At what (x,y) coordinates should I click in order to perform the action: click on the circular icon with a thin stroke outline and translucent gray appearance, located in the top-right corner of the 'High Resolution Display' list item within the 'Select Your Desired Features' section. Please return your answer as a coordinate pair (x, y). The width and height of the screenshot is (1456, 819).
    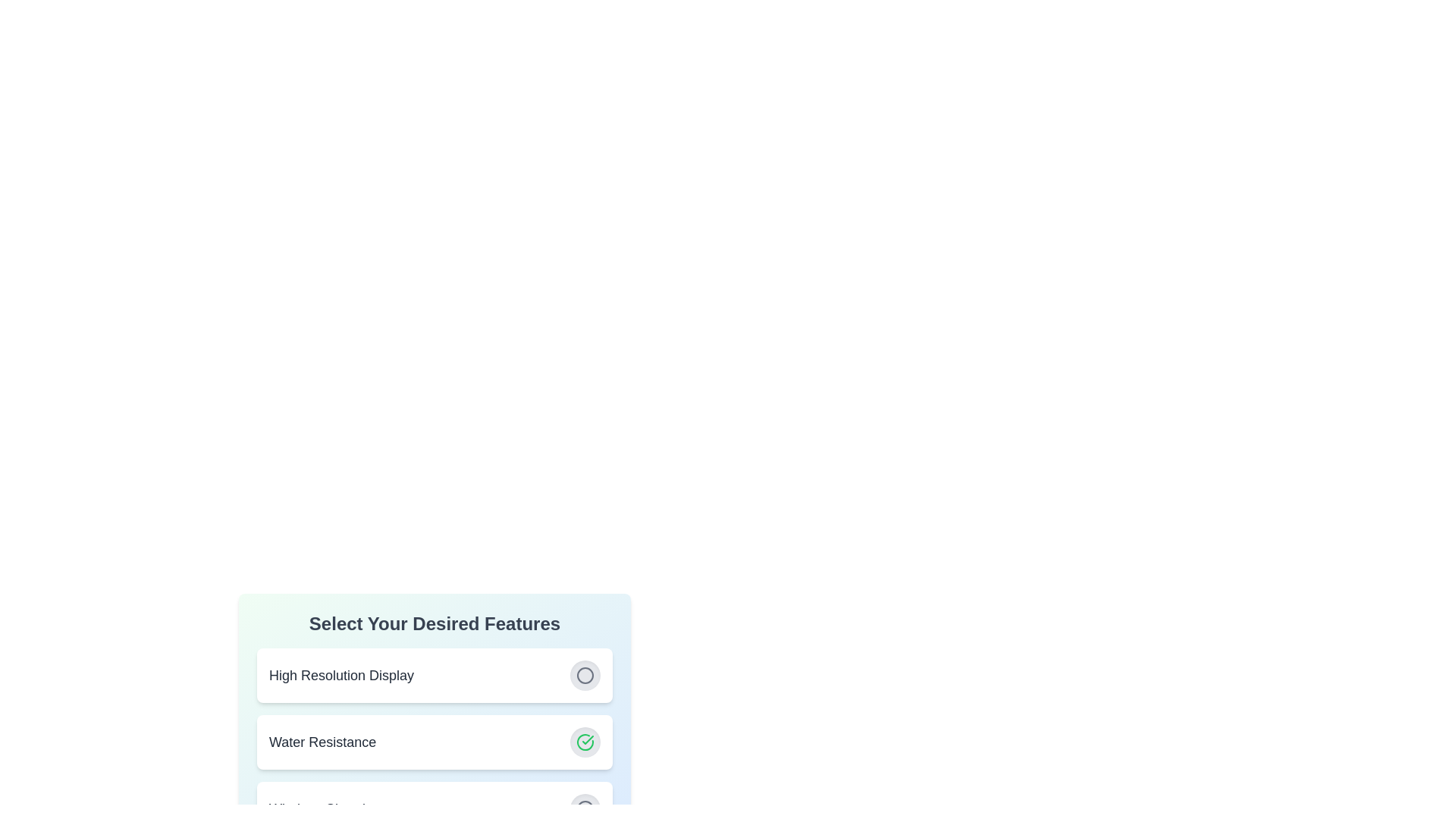
    Looking at the image, I should click on (585, 675).